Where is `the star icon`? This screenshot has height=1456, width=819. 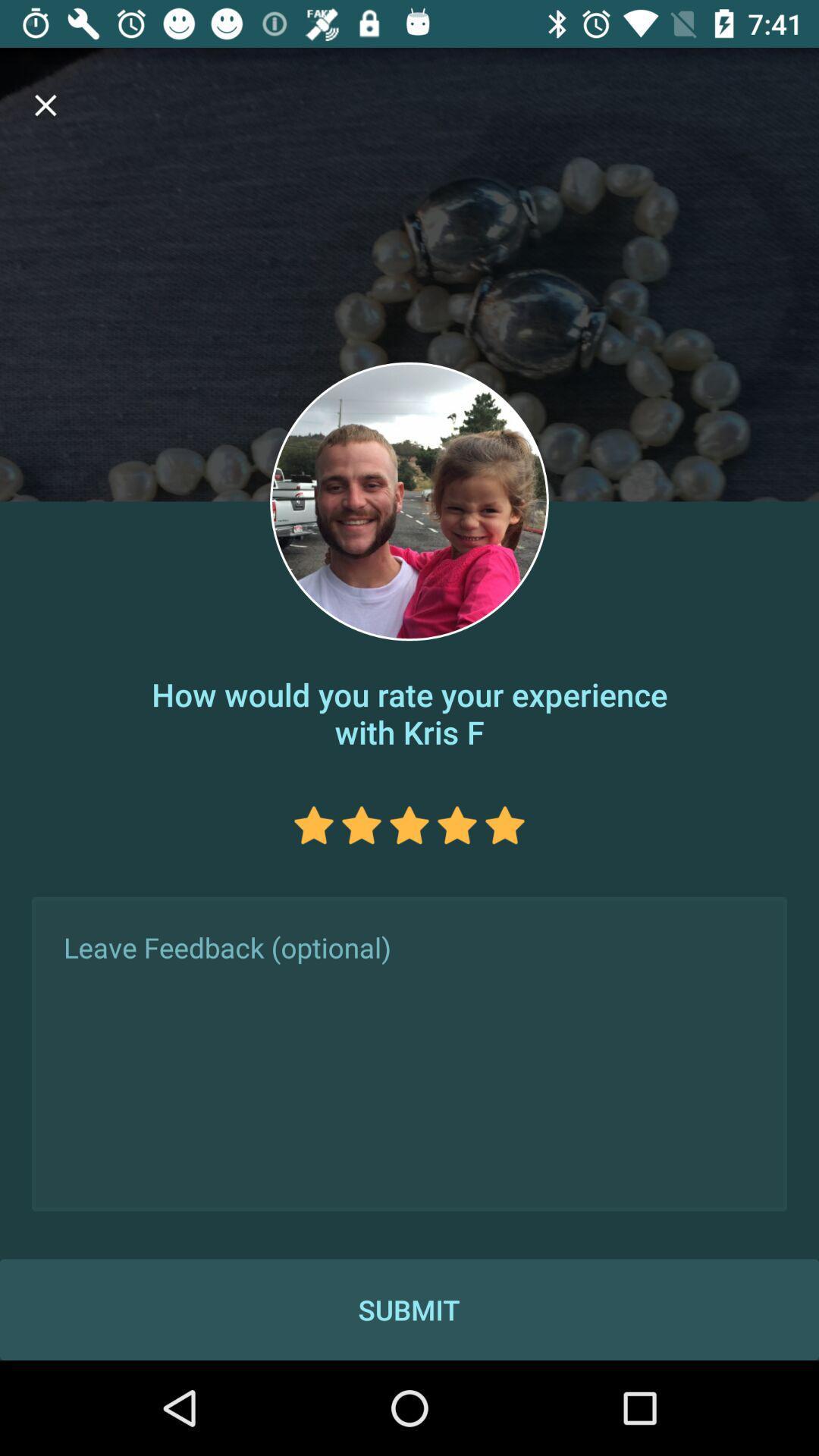 the star icon is located at coordinates (312, 824).